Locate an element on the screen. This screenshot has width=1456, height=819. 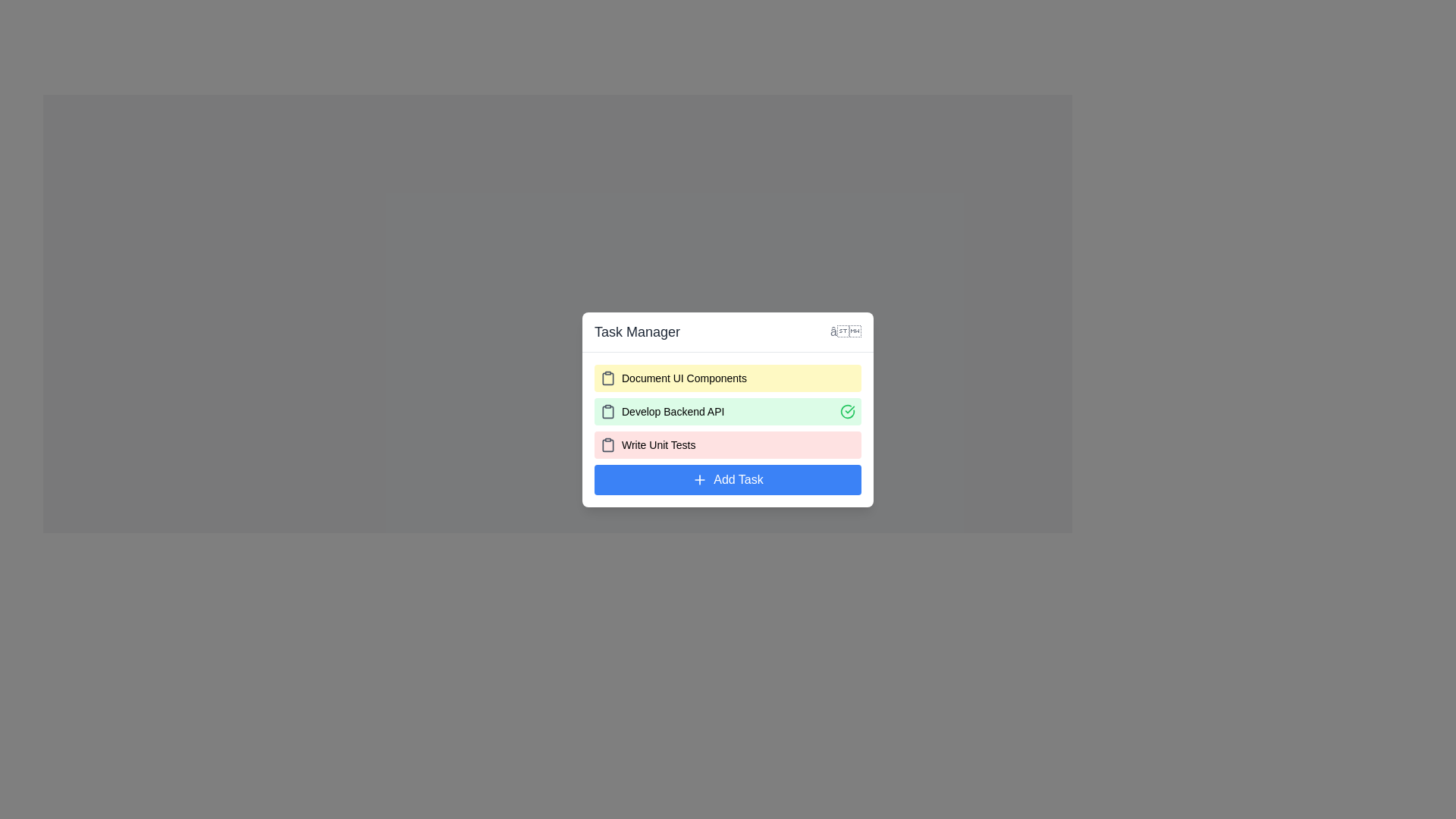
the text label element that displays 'Develop Backend API', which is styled as part of a list item in the 'Task Manager' component, positioned between 'Document UI Components' and 'Write Unit Tests' is located at coordinates (662, 411).